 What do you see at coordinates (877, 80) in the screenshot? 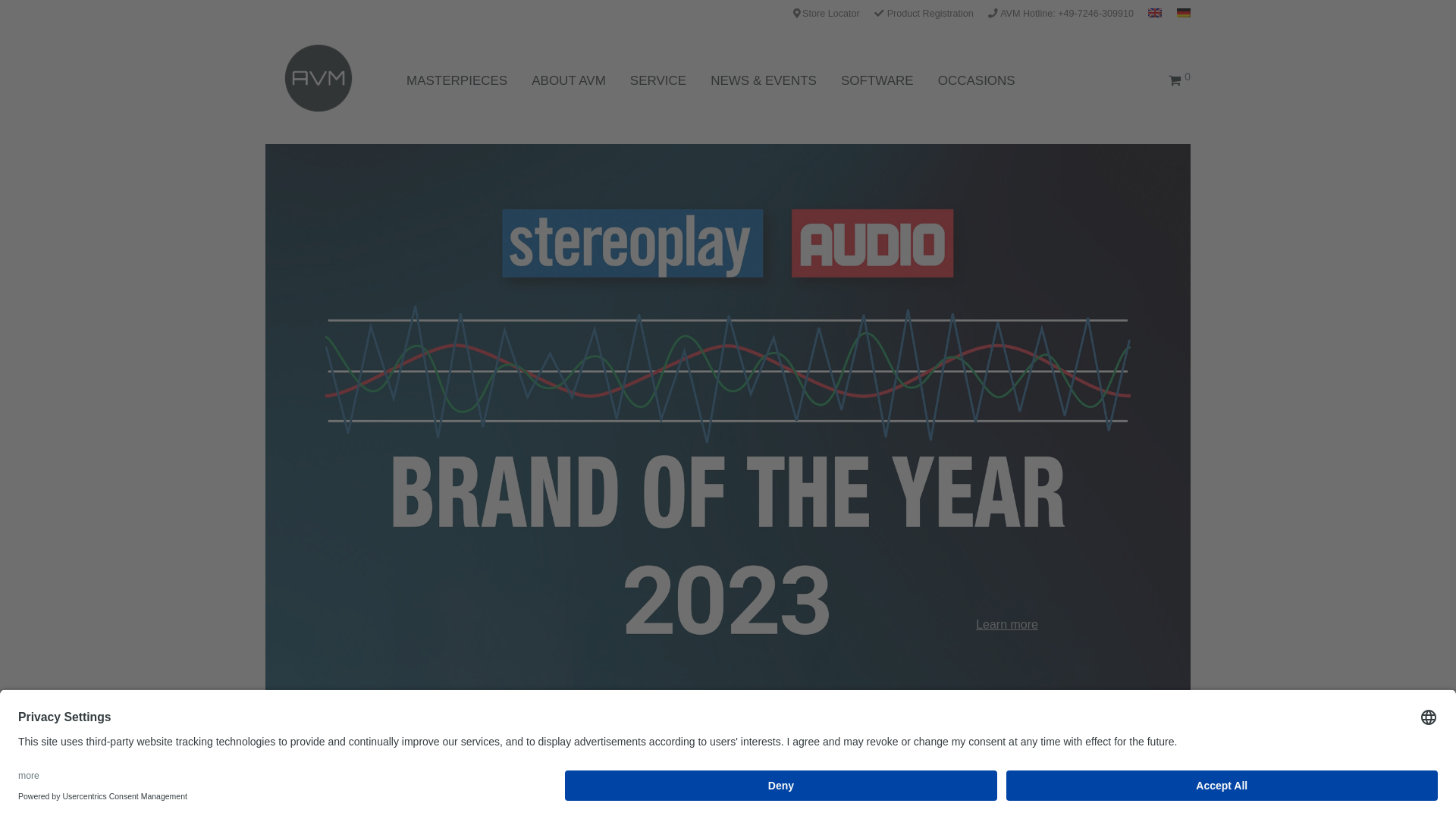
I see `'SOFTWARE'` at bounding box center [877, 80].